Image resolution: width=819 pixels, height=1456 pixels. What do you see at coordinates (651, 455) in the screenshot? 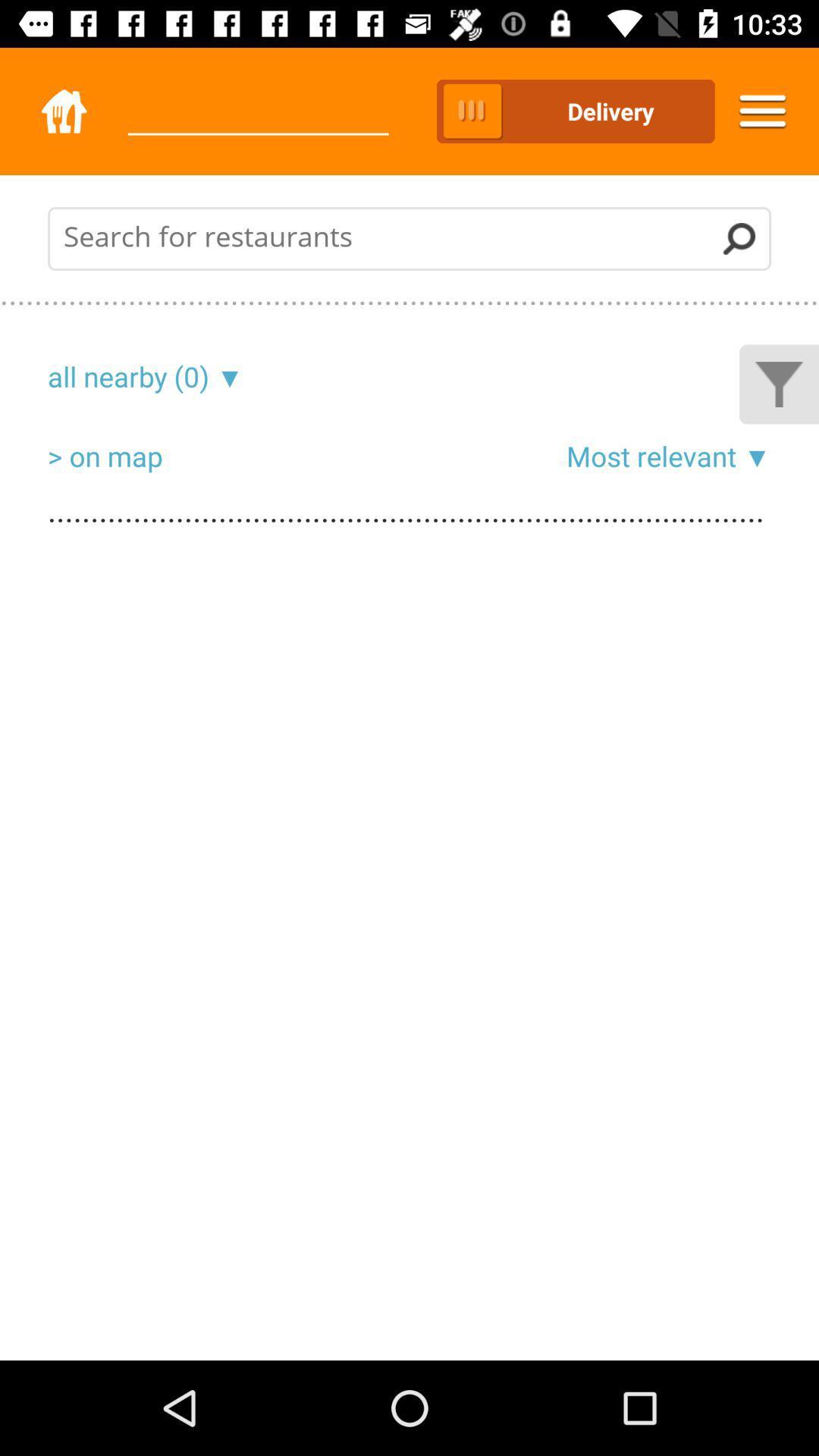
I see `item to the right of the > on map icon` at bounding box center [651, 455].